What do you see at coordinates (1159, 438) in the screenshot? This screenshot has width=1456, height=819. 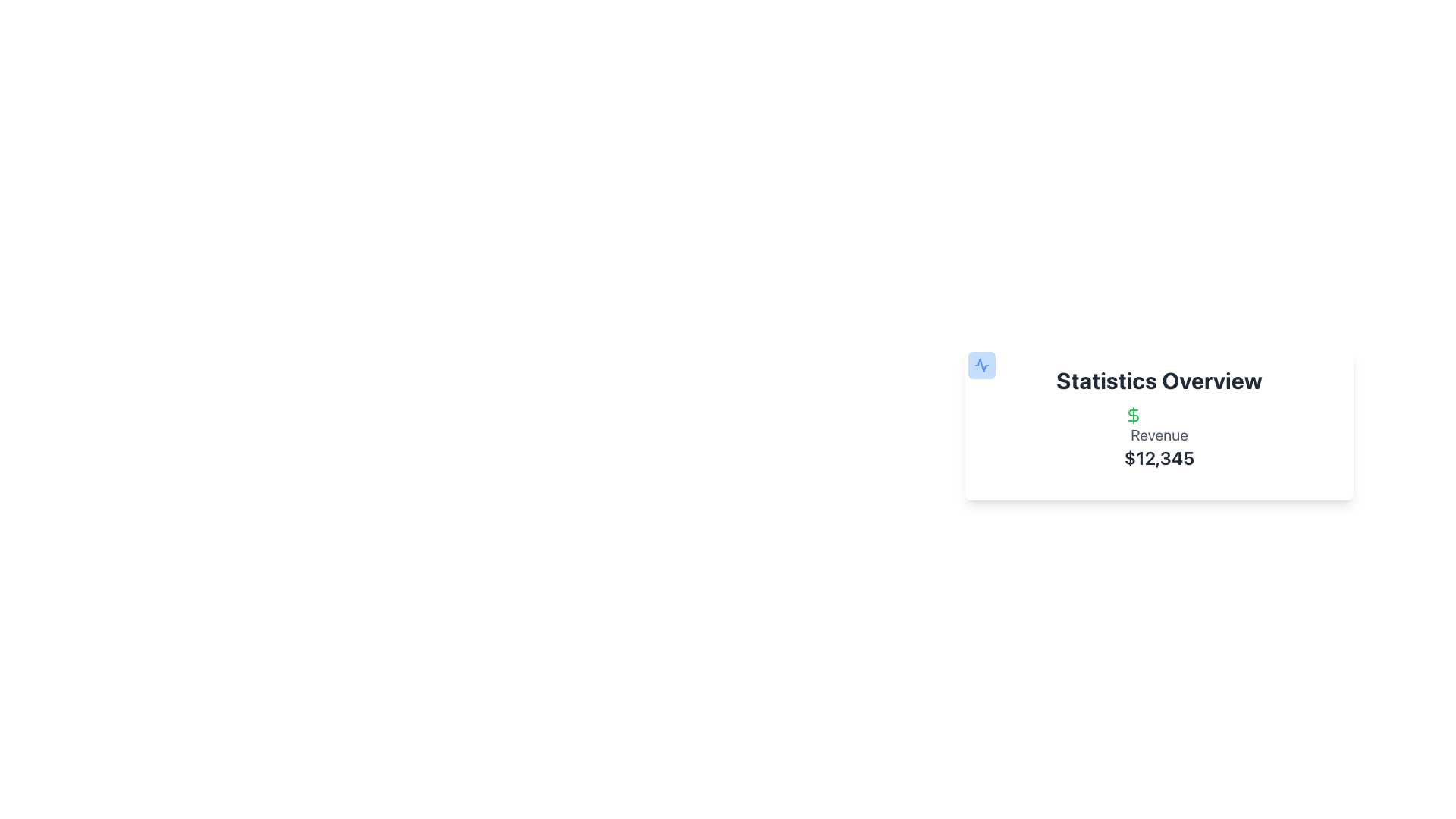 I see `displayed revenue summary information from the text block with a green dollar icon labeled 'Revenue' and amount '$12,345'` at bounding box center [1159, 438].